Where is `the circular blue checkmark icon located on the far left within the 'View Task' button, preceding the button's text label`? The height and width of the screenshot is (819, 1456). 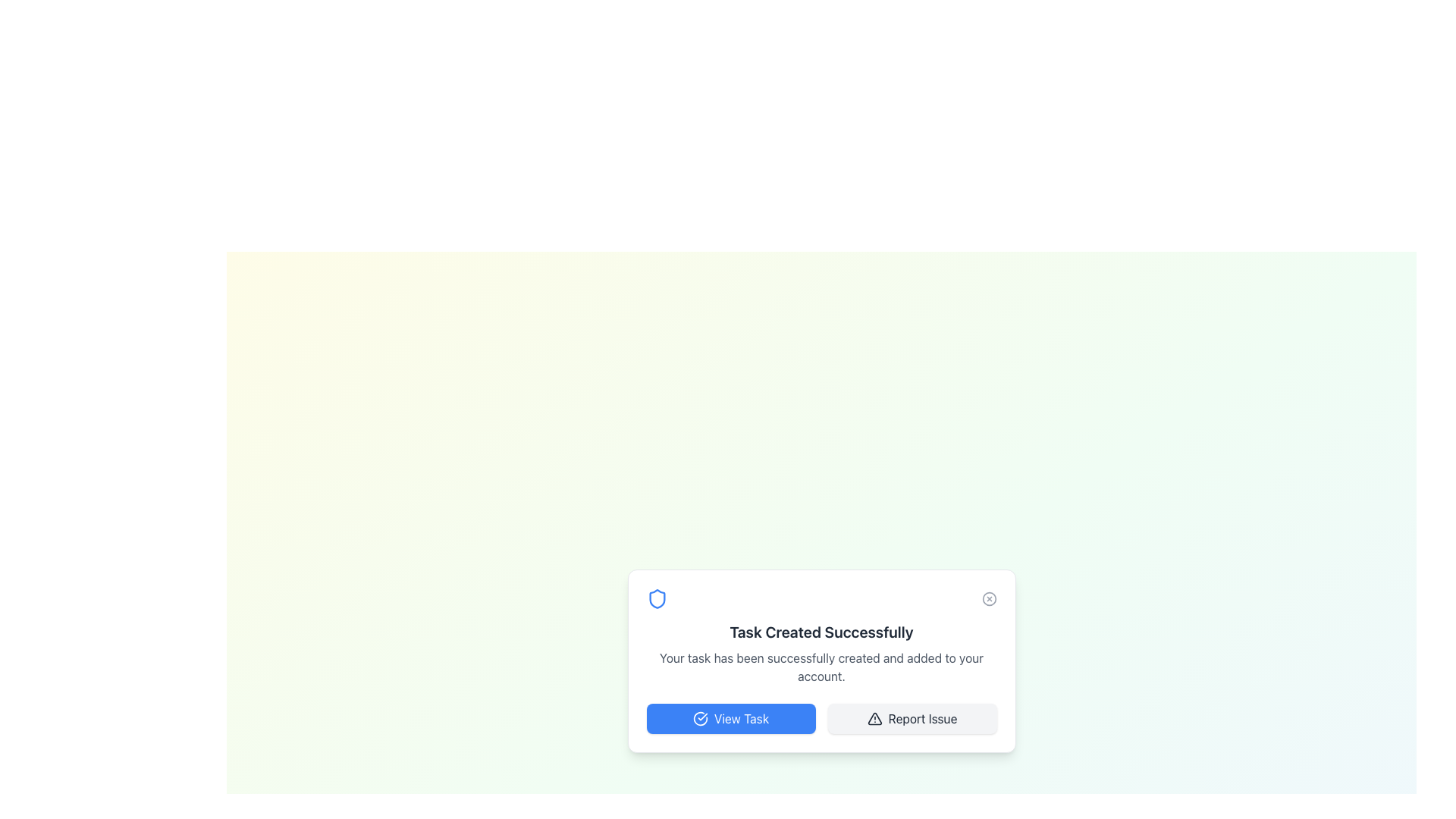 the circular blue checkmark icon located on the far left within the 'View Task' button, preceding the button's text label is located at coordinates (699, 718).